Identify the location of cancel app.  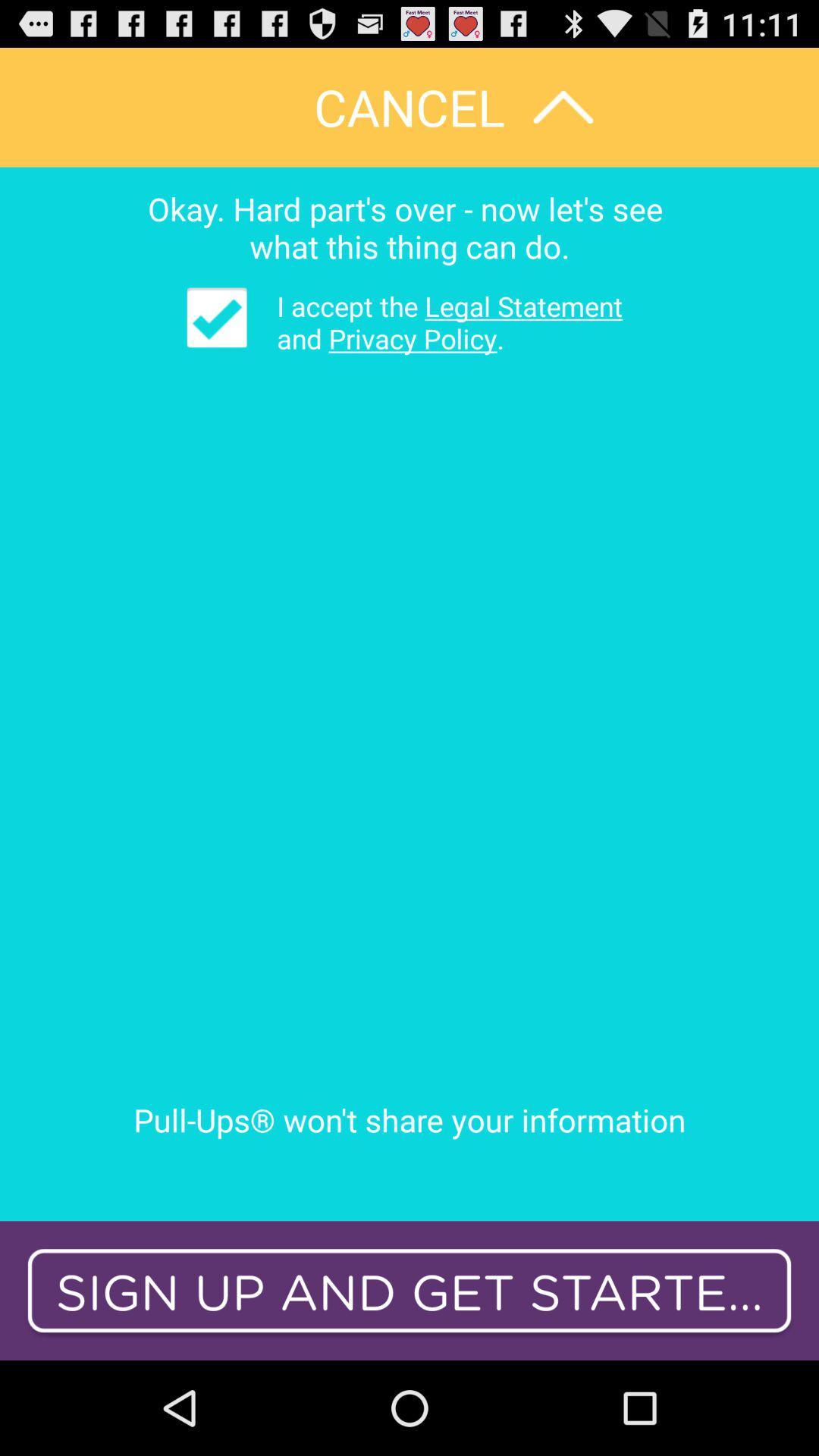
(409, 106).